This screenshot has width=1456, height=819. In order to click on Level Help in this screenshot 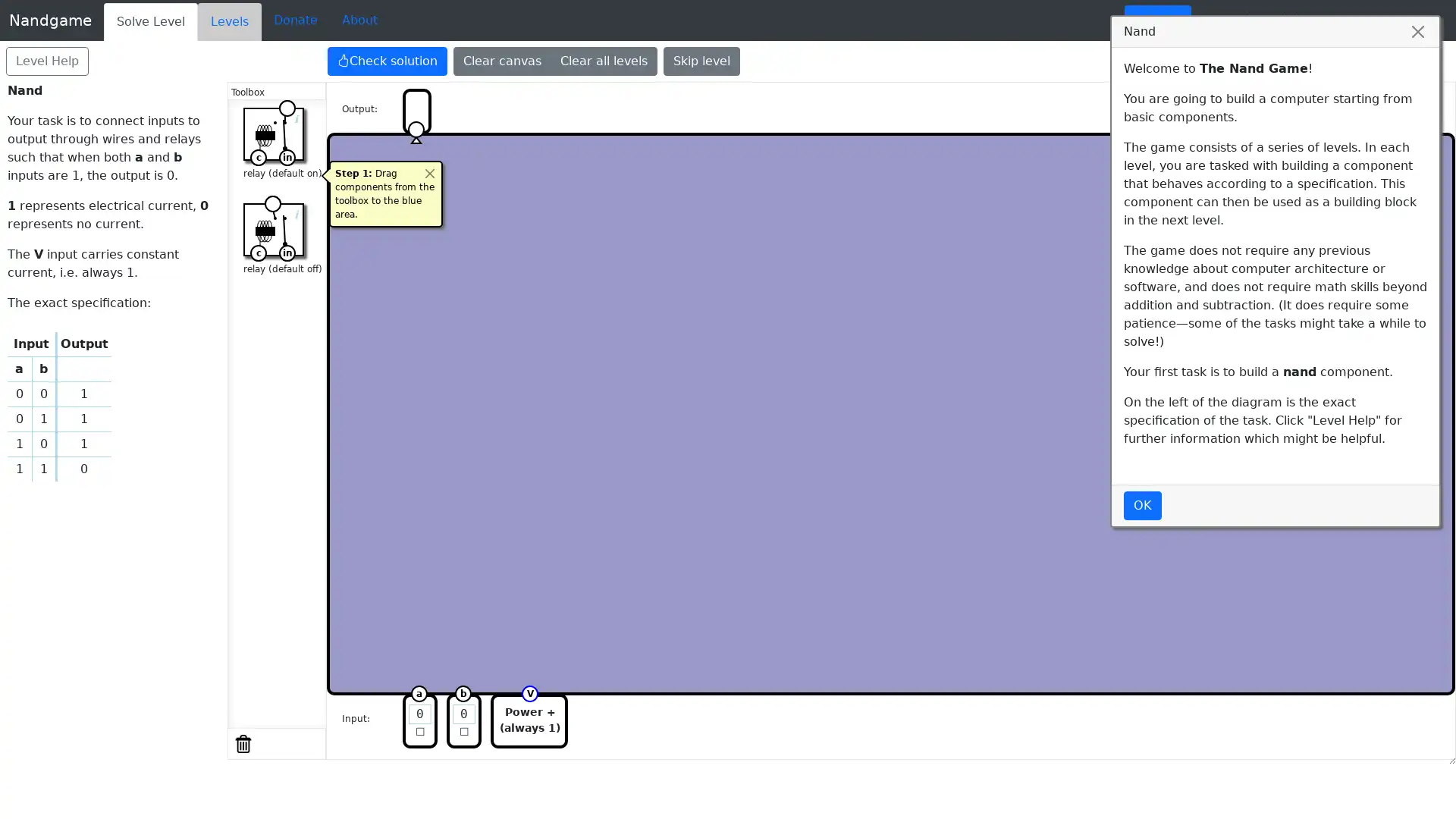, I will do `click(47, 61)`.